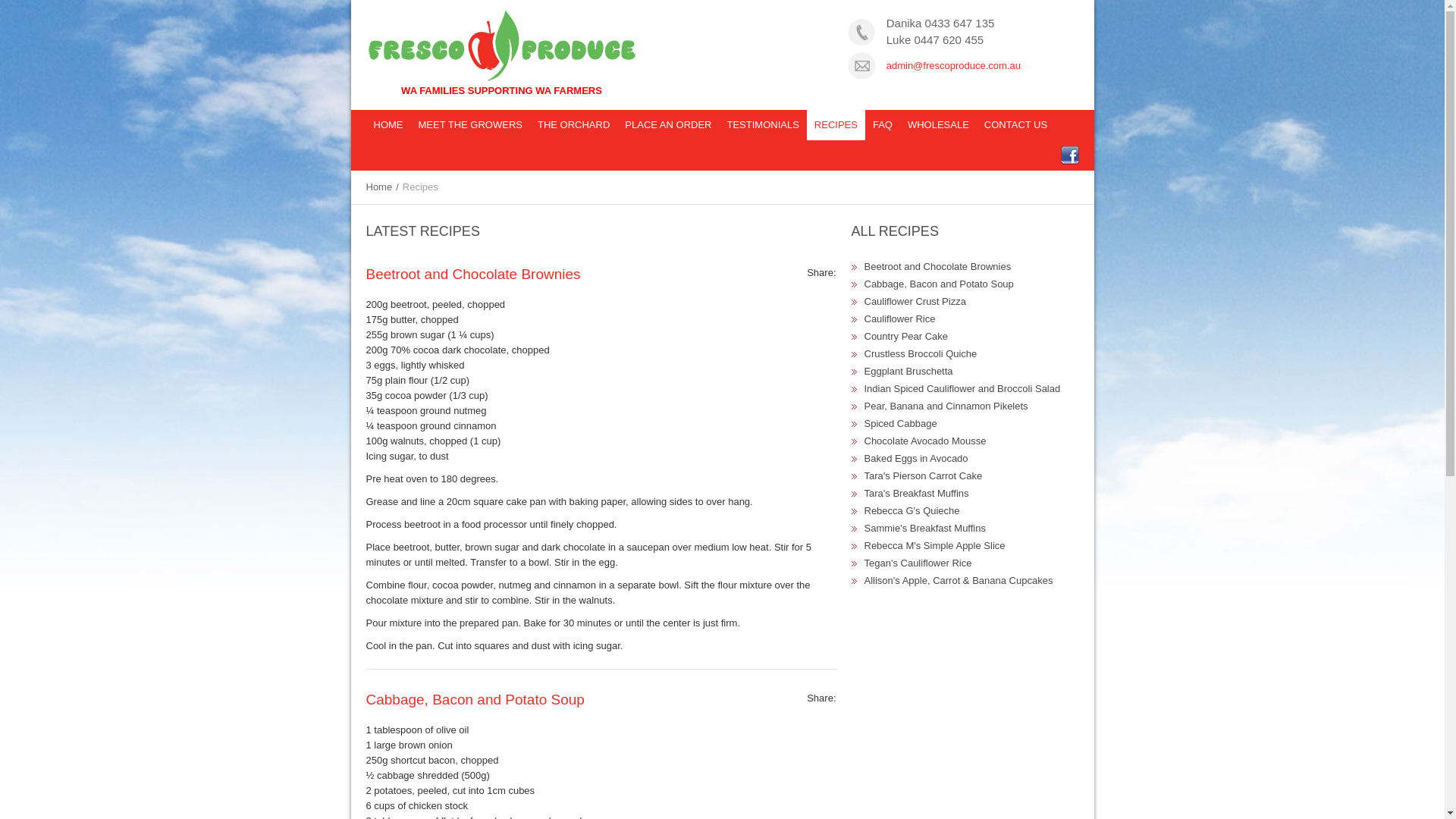 The width and height of the screenshot is (1456, 819). Describe the element at coordinates (667, 124) in the screenshot. I see `'PLACE AN ORDER'` at that location.